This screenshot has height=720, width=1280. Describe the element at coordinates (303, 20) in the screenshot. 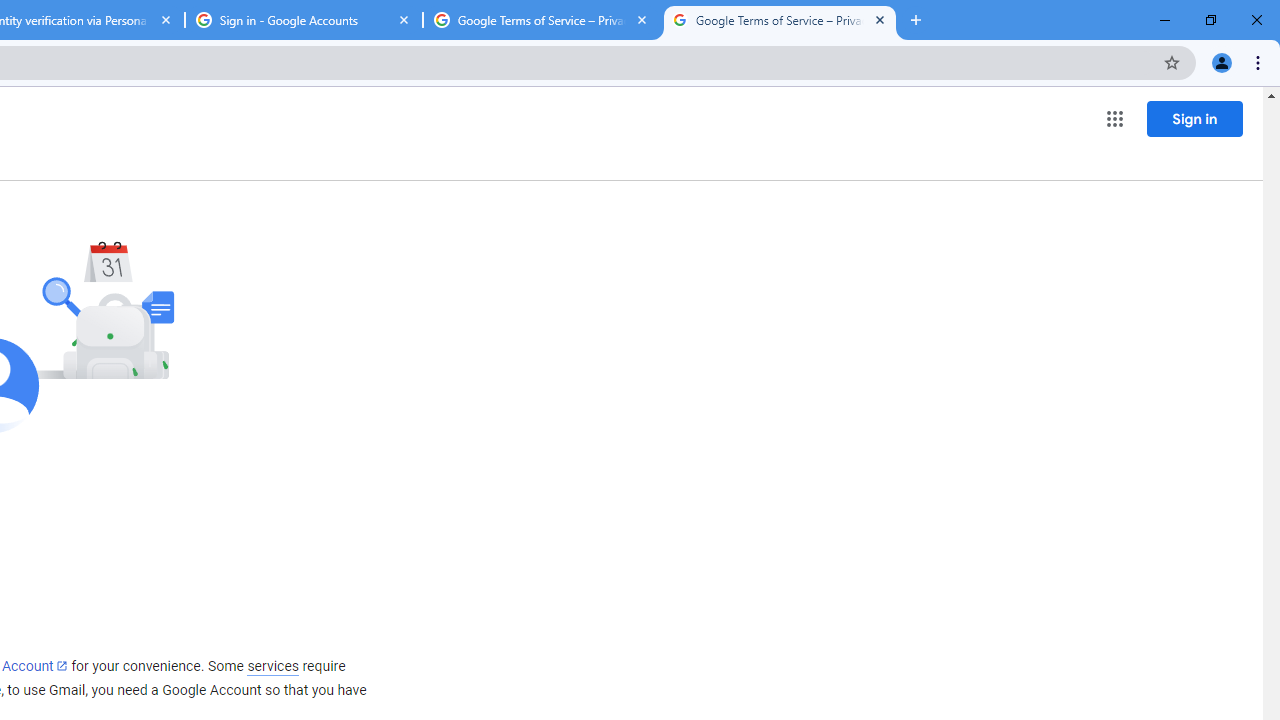

I see `'Sign in - Google Accounts'` at that location.